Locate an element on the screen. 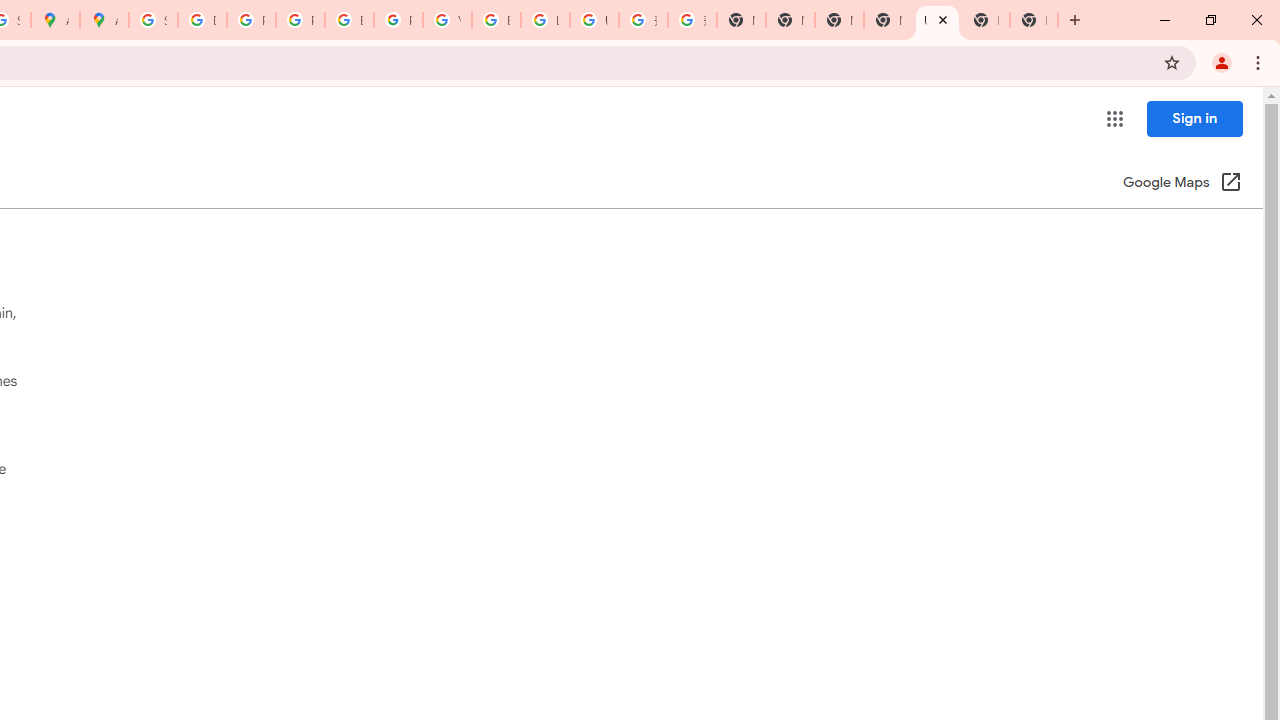 This screenshot has height=720, width=1280. 'New Tab' is located at coordinates (1034, 20).